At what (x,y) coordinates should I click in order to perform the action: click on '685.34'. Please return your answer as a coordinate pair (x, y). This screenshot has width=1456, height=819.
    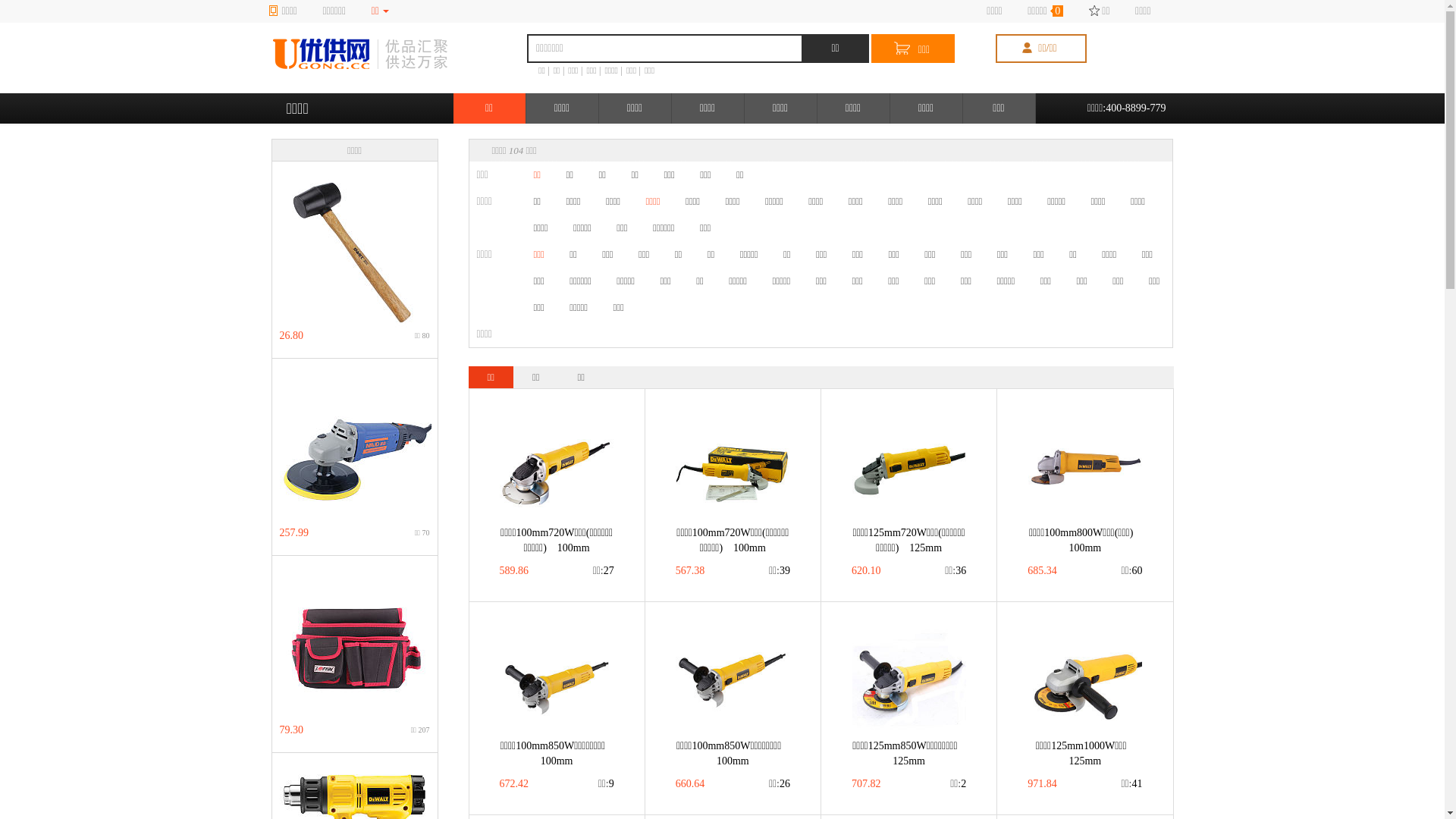
    Looking at the image, I should click on (1027, 570).